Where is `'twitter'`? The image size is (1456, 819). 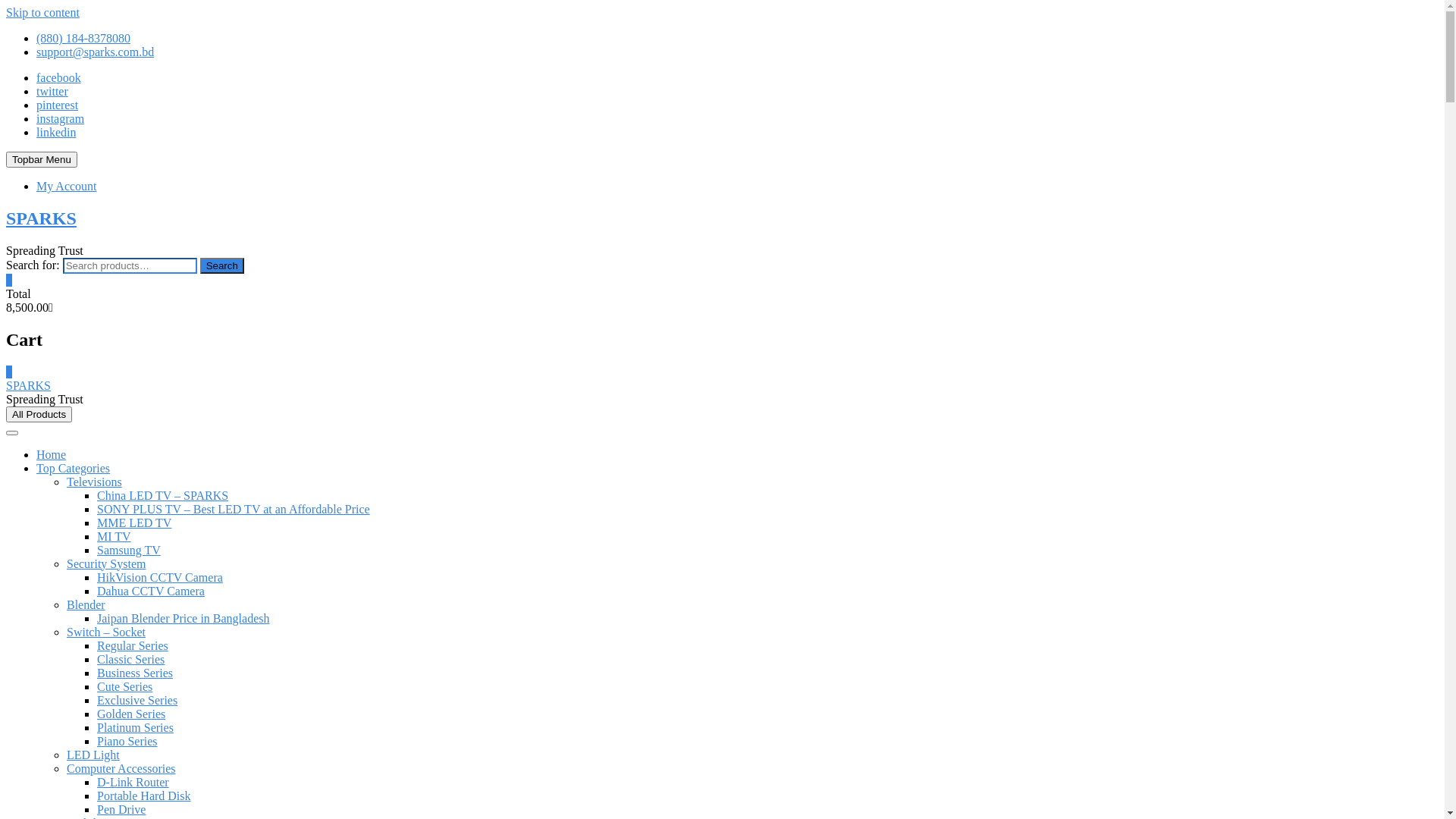 'twitter' is located at coordinates (36, 91).